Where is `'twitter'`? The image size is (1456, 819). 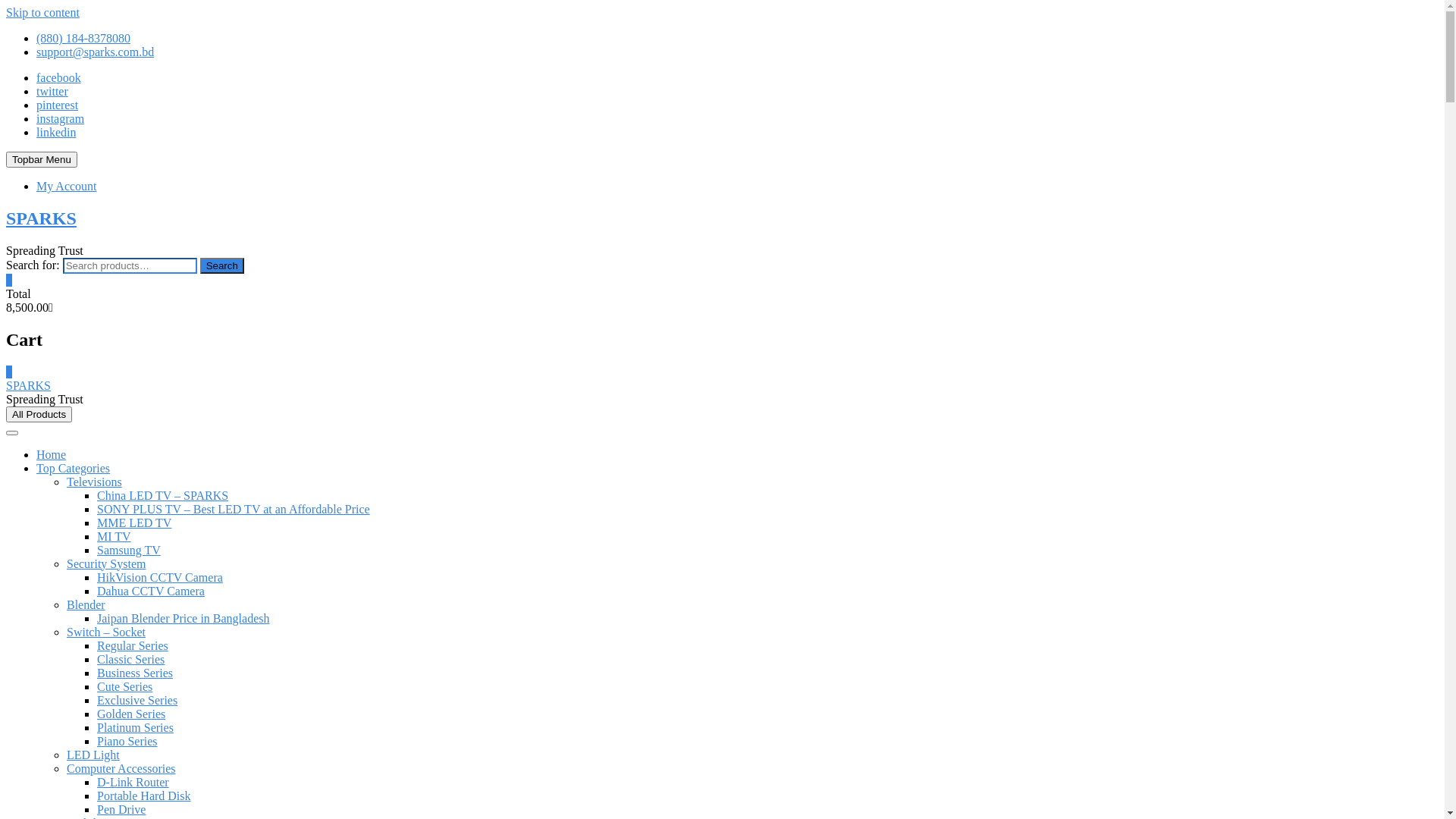 'twitter' is located at coordinates (36, 91).